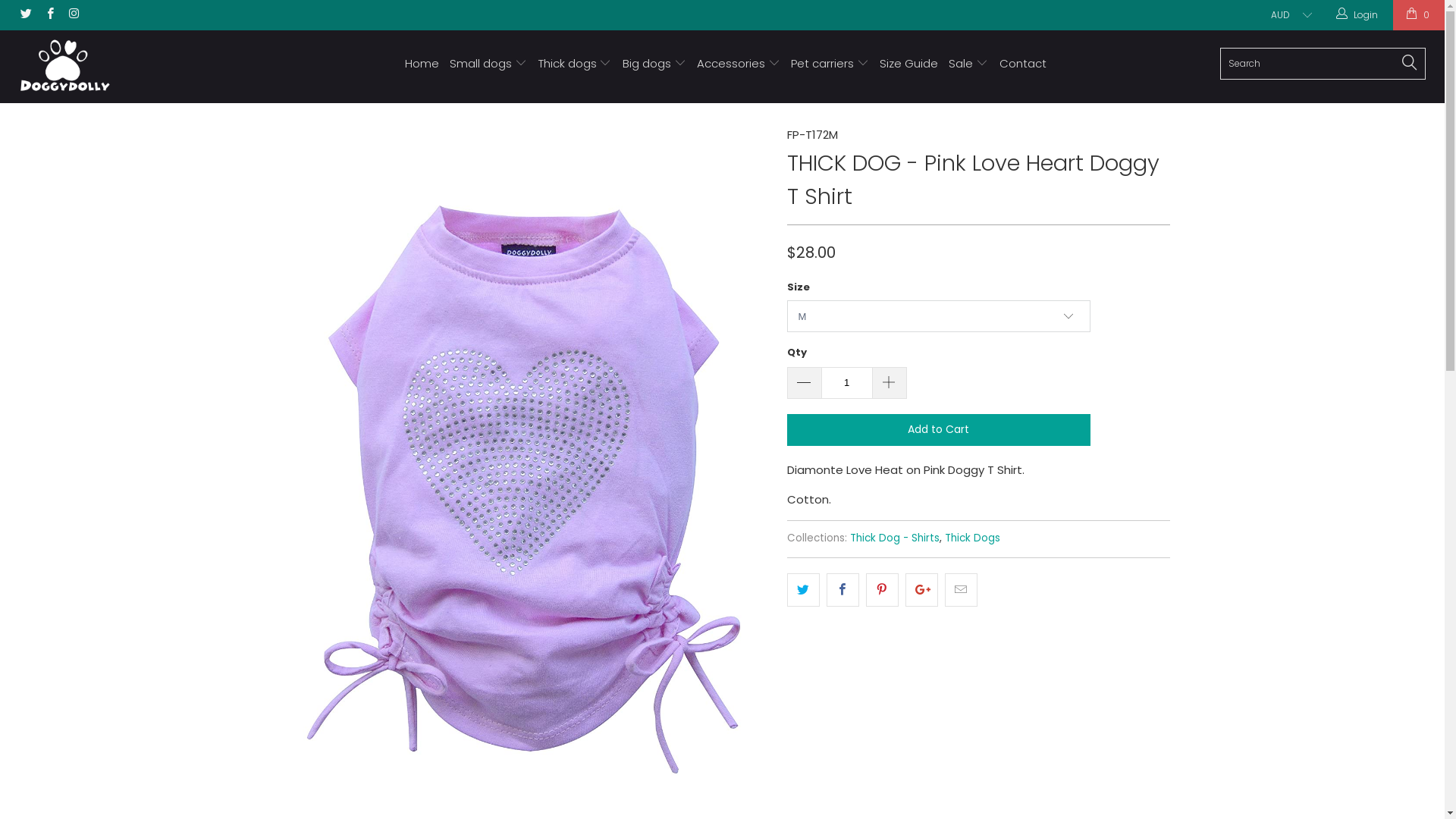 The width and height of the screenshot is (1456, 819). What do you see at coordinates (49, 14) in the screenshot?
I see `'DoggyDolly Australia & New Zealand on Facebook'` at bounding box center [49, 14].